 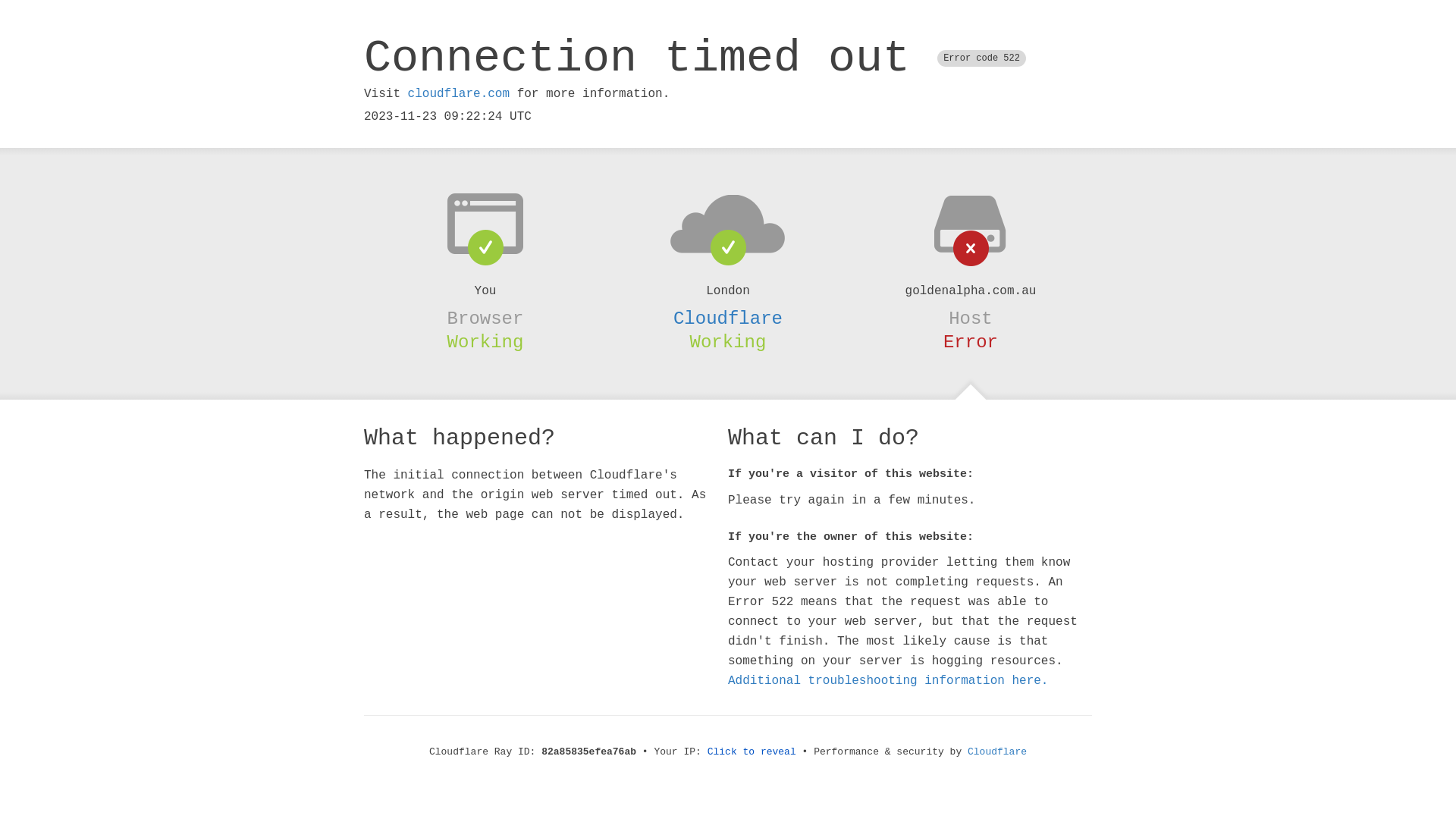 I want to click on 'Click to reveal', so click(x=752, y=752).